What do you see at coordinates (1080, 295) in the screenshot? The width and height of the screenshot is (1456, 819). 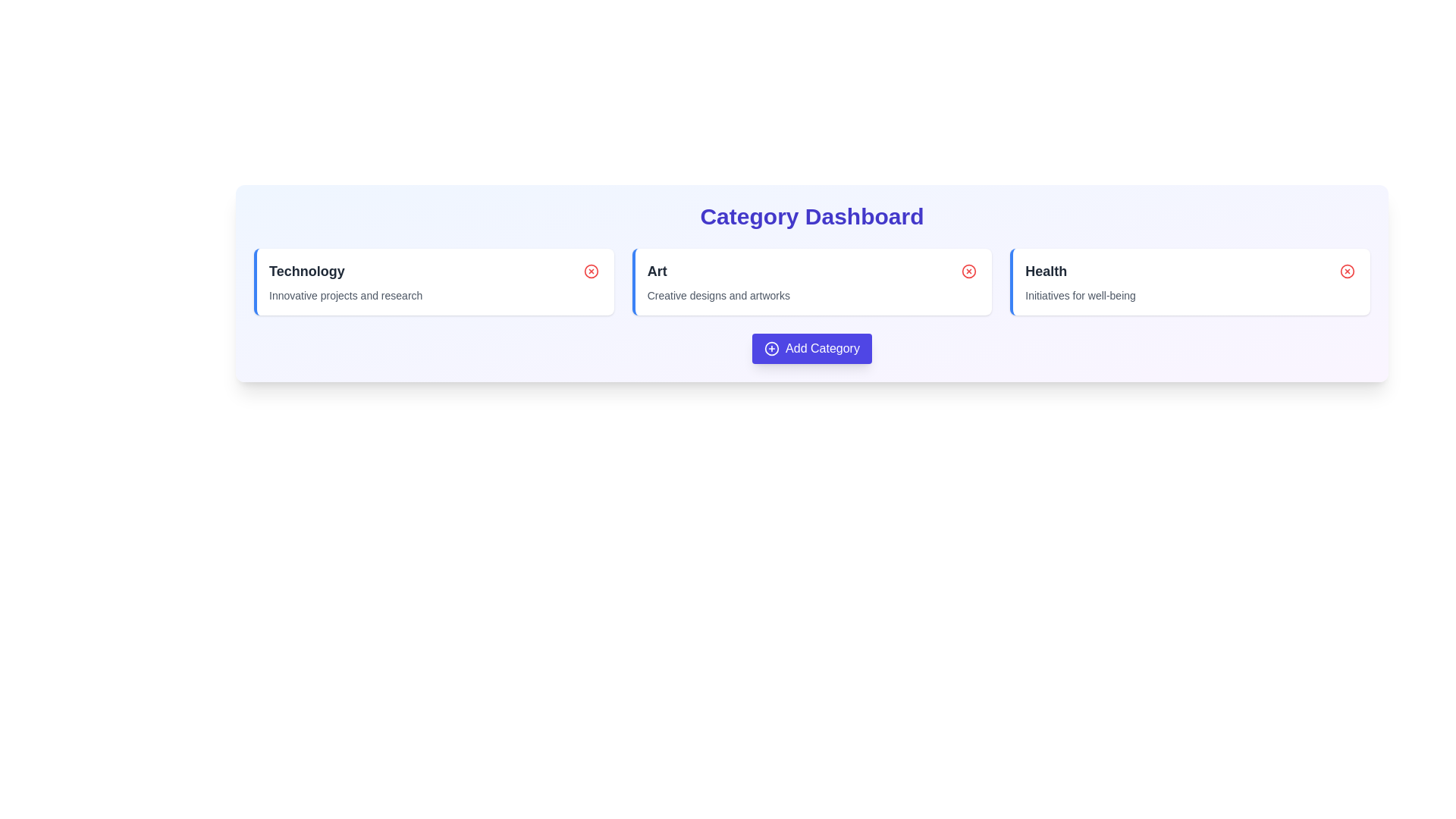 I see `text 'Initiatives for well-being' located directly beneath the bold 'Health' heading within a white, bordered card on the far right of the dashboard interface` at bounding box center [1080, 295].